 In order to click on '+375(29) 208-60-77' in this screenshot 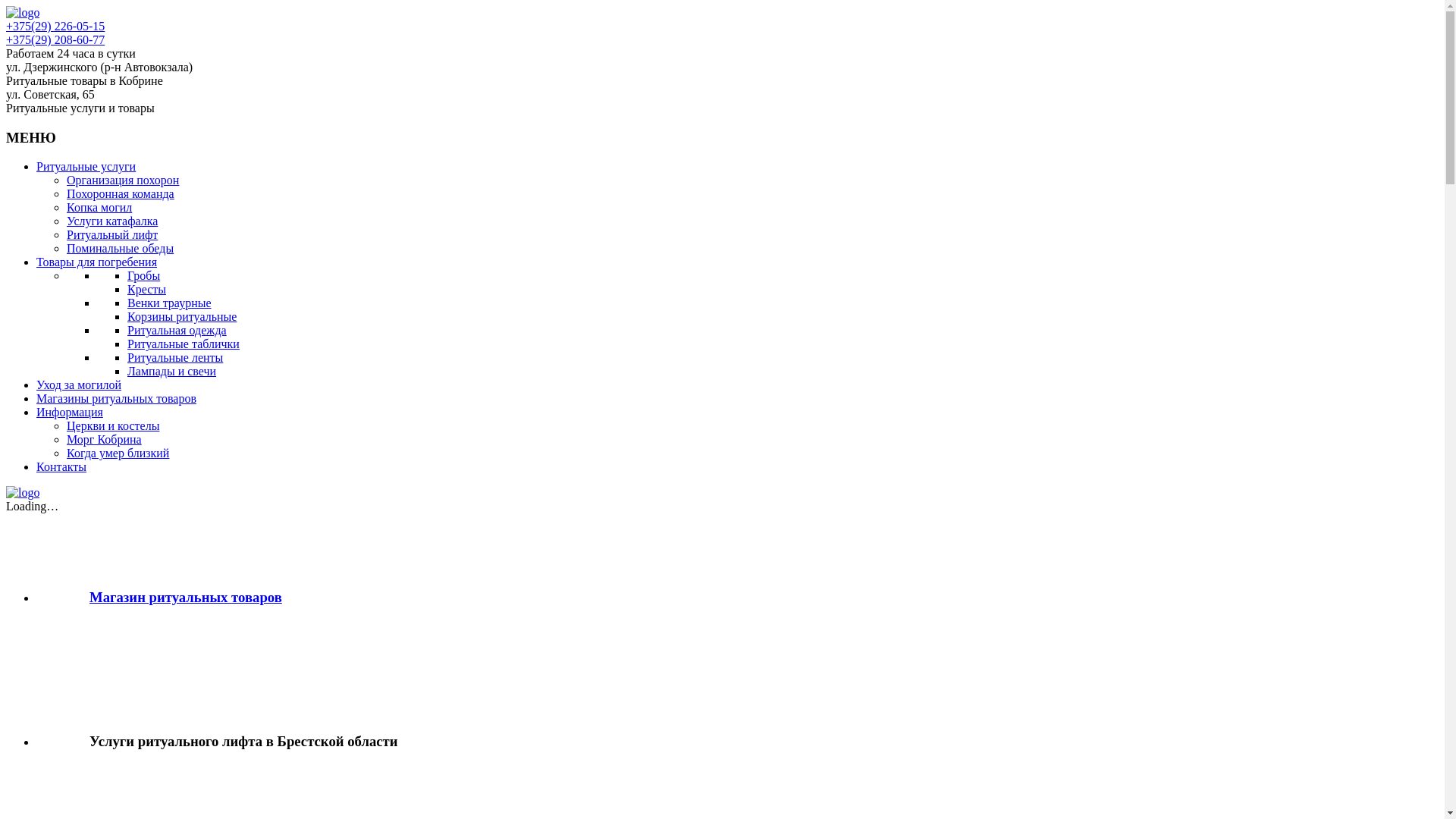, I will do `click(55, 39)`.